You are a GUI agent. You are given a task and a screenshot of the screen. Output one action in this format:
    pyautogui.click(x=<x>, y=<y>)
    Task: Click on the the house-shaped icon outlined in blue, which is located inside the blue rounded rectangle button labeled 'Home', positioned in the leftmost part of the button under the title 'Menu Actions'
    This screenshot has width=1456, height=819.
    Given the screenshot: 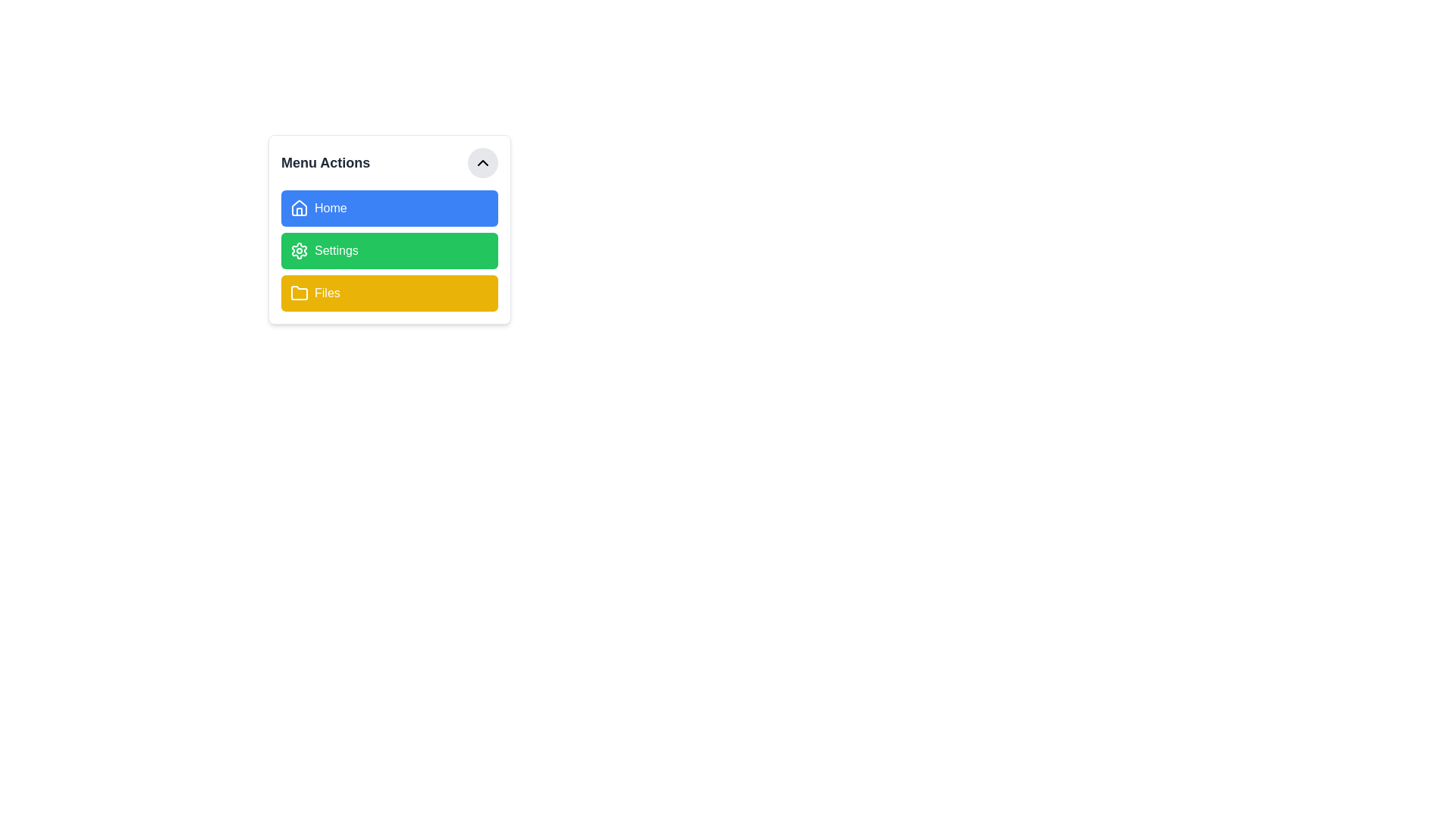 What is the action you would take?
    pyautogui.click(x=299, y=208)
    